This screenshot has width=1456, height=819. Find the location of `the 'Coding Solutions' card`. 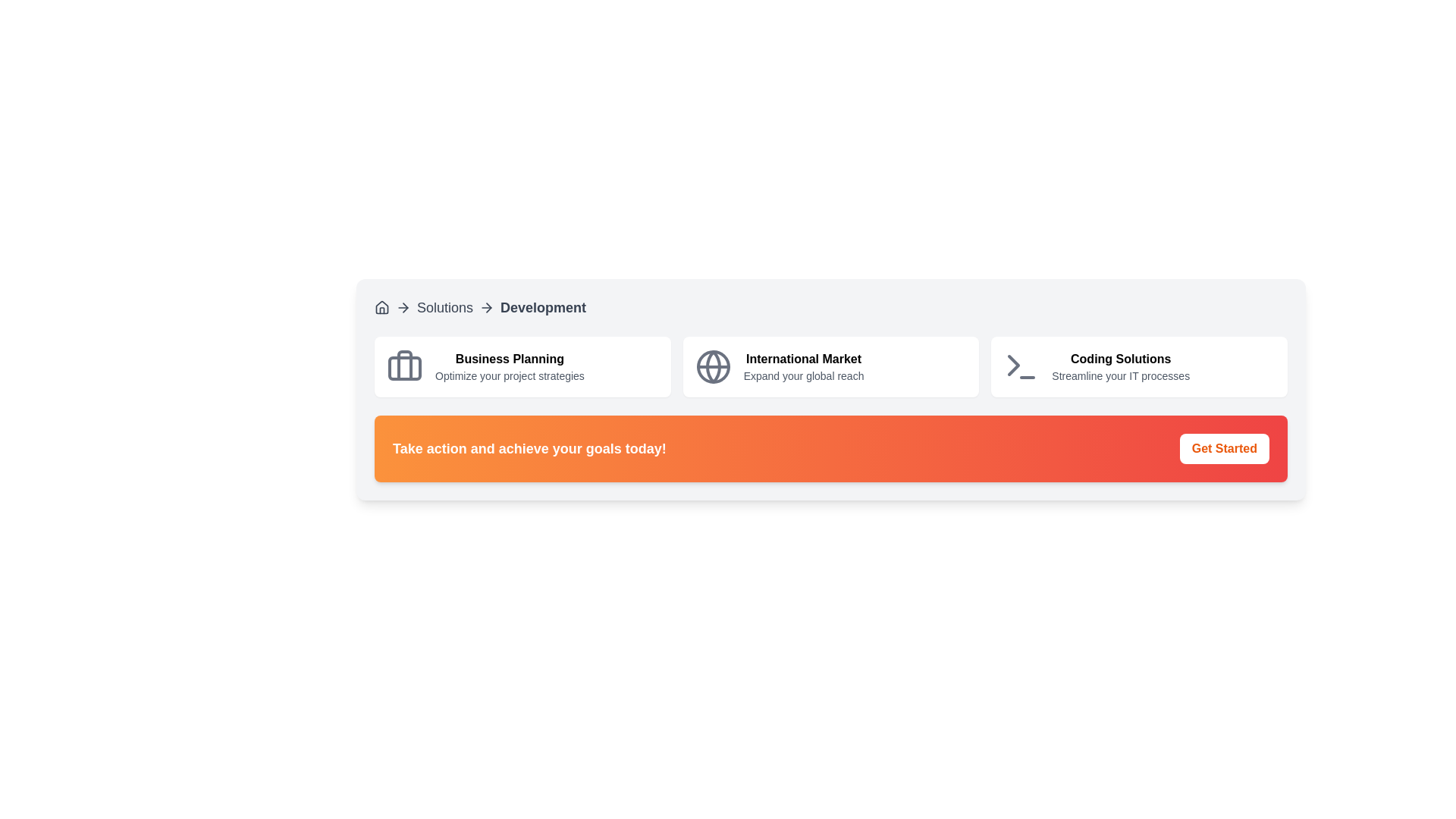

the 'Coding Solutions' card is located at coordinates (1139, 366).